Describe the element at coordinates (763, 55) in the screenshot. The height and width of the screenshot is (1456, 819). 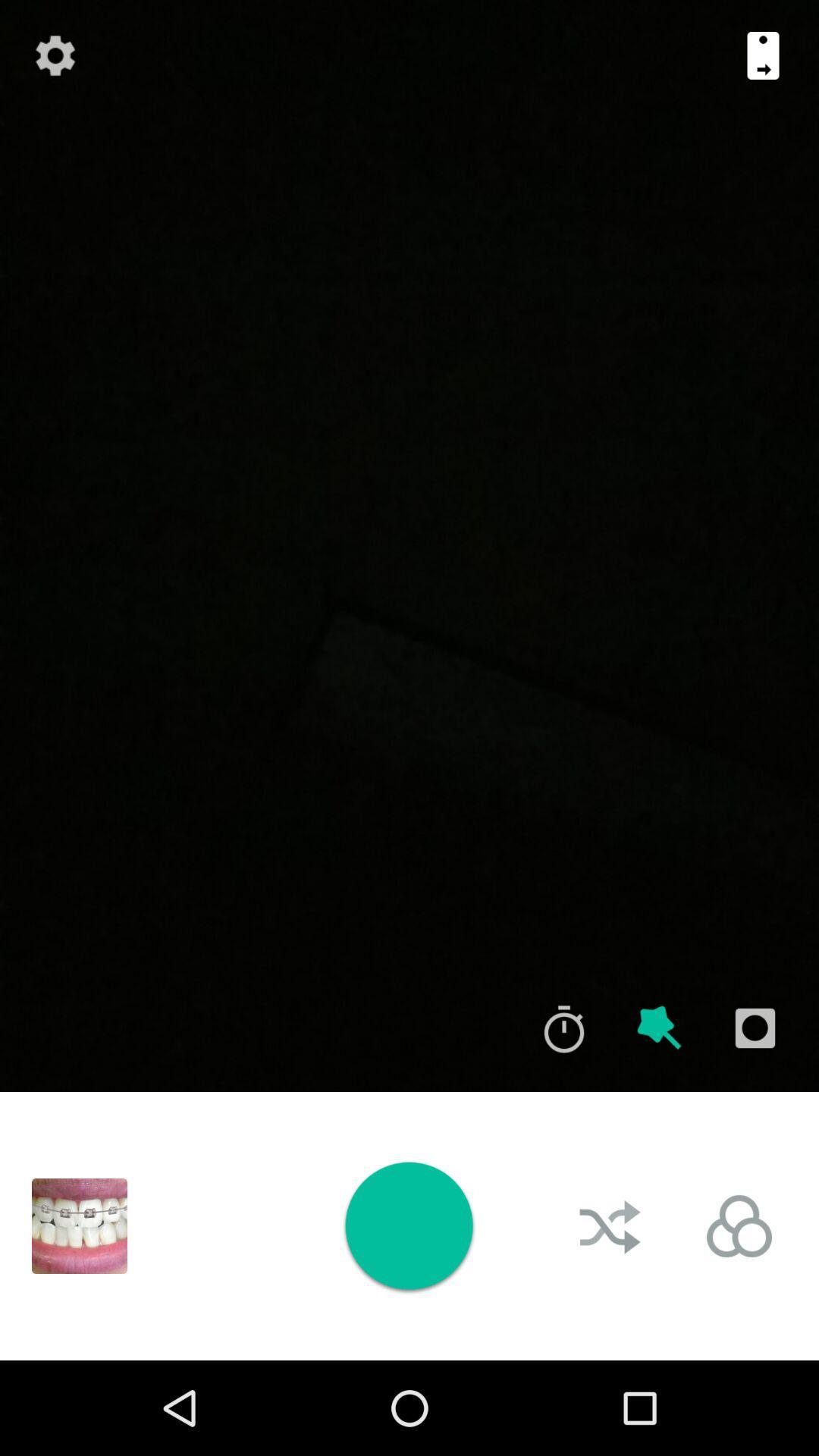
I see `the icon represented to goto previous option or menu` at that location.